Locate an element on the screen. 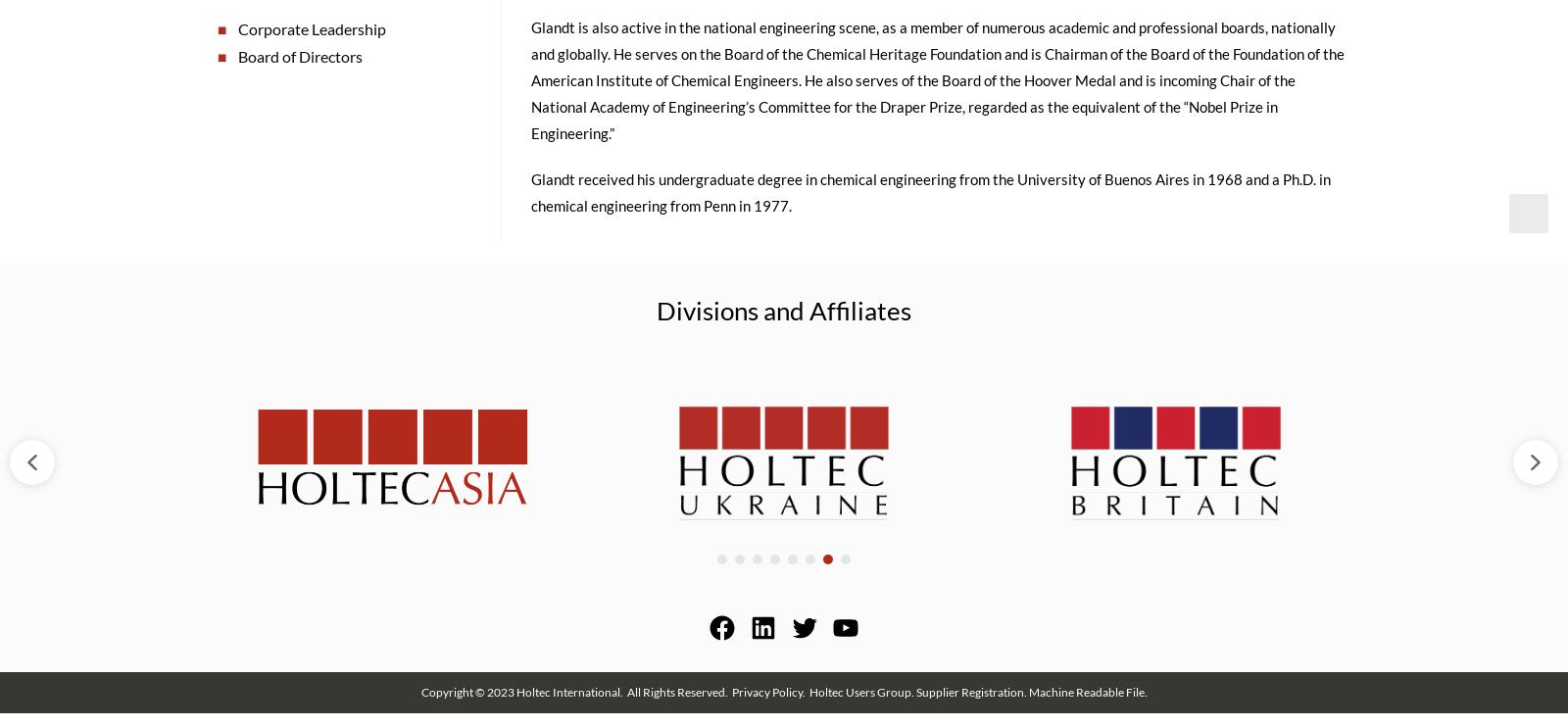 This screenshot has width=1568, height=727. 'Holtec Users Group' is located at coordinates (857, 696).